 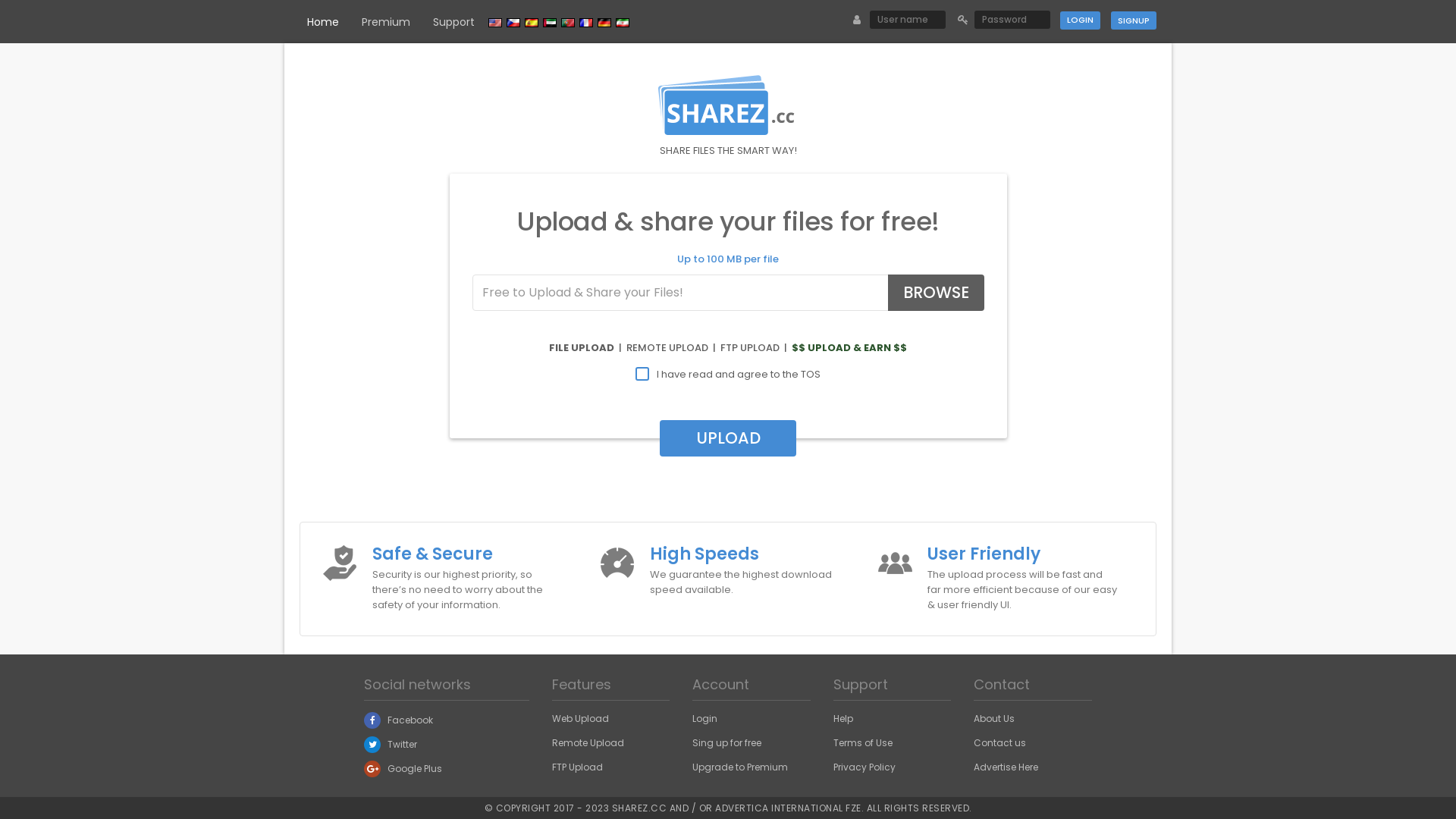 What do you see at coordinates (581, 347) in the screenshot?
I see `'FILE UPLOAD'` at bounding box center [581, 347].